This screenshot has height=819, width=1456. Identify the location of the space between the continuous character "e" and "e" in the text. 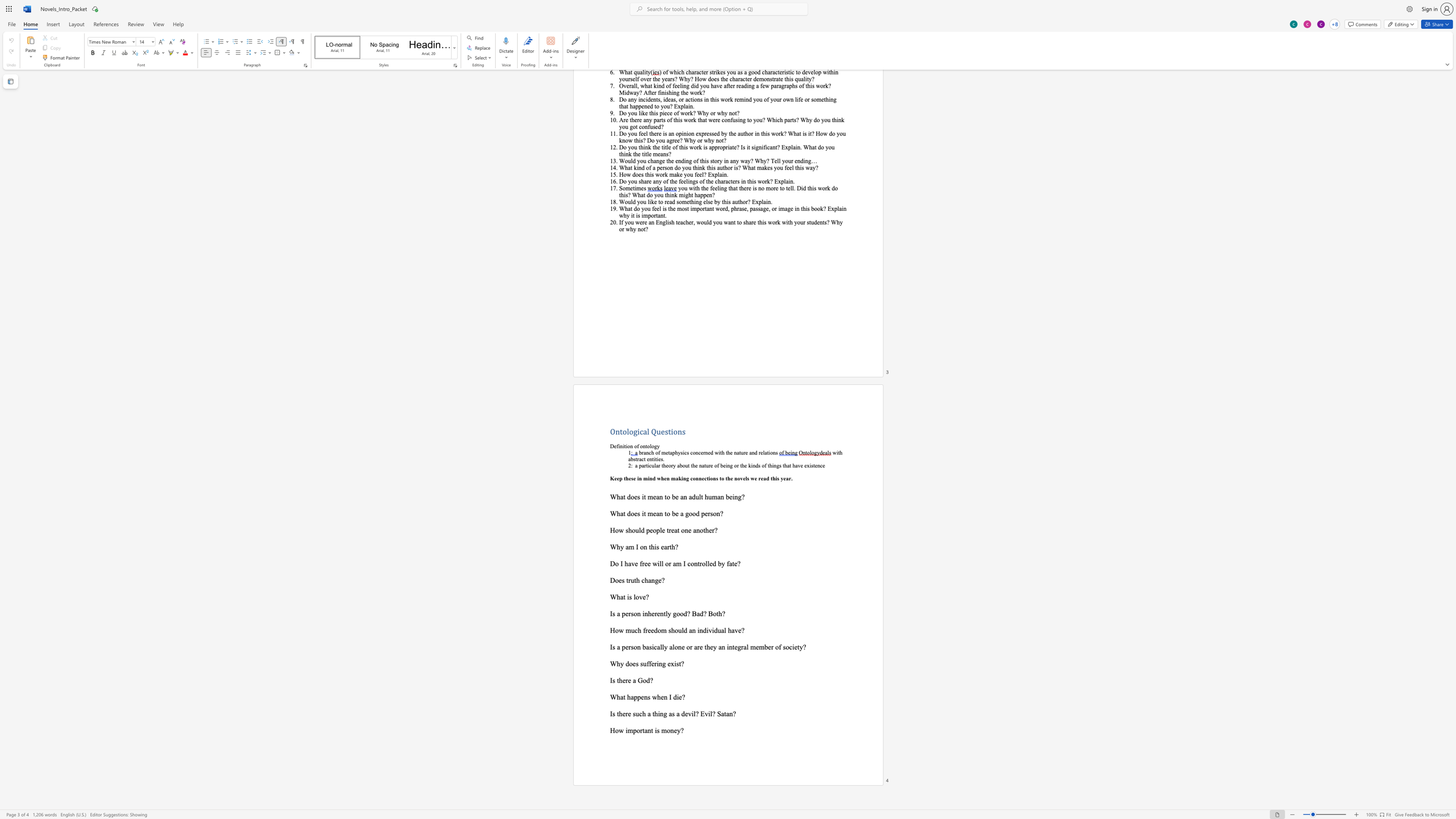
(650, 630).